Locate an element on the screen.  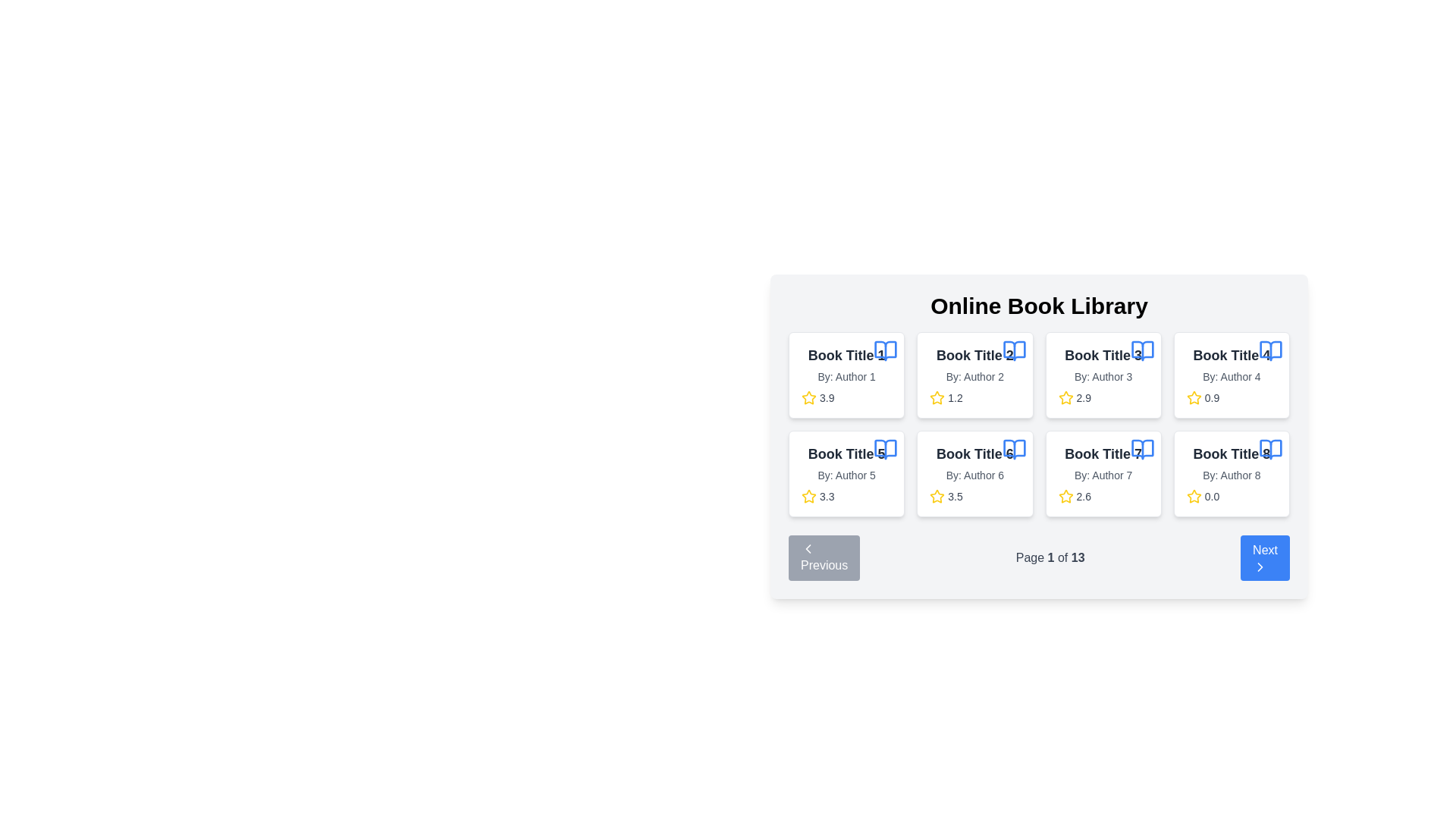
the star icon with a yellow outline indicating a rating feature located in the 'Book Title 5' section, positioned below the book title and author information is located at coordinates (808, 497).